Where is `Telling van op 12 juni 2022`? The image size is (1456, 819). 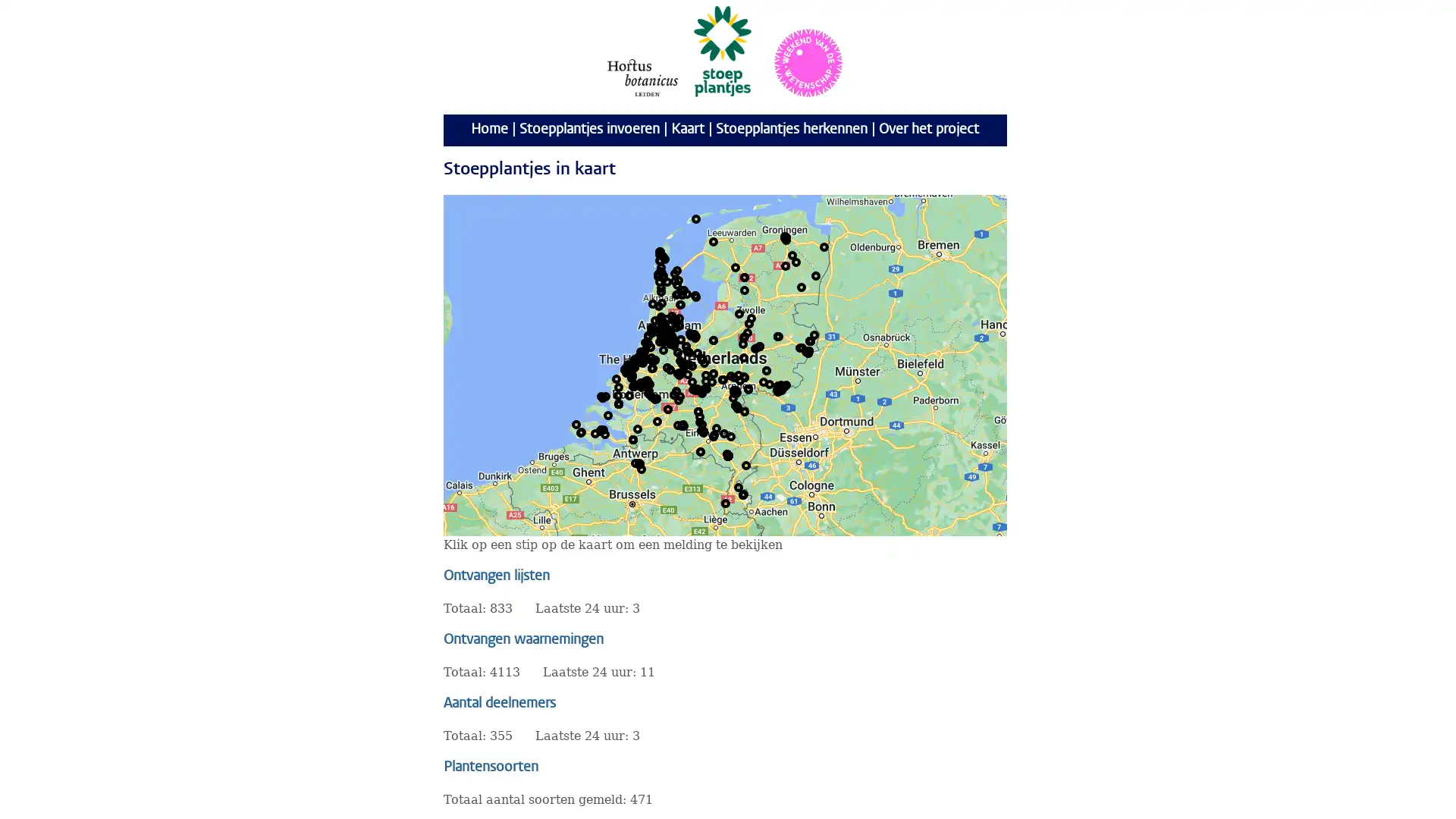
Telling van op 12 juni 2022 is located at coordinates (701, 388).